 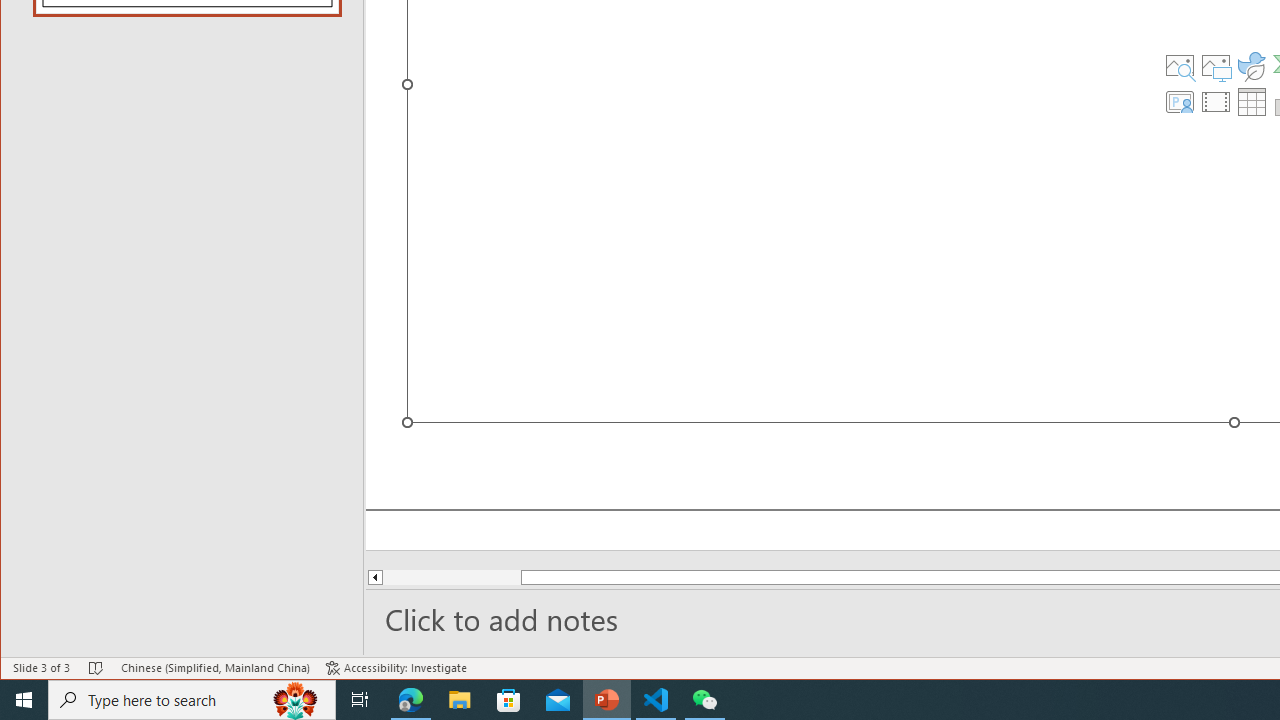 I want to click on 'Insert Table', so click(x=1251, y=101).